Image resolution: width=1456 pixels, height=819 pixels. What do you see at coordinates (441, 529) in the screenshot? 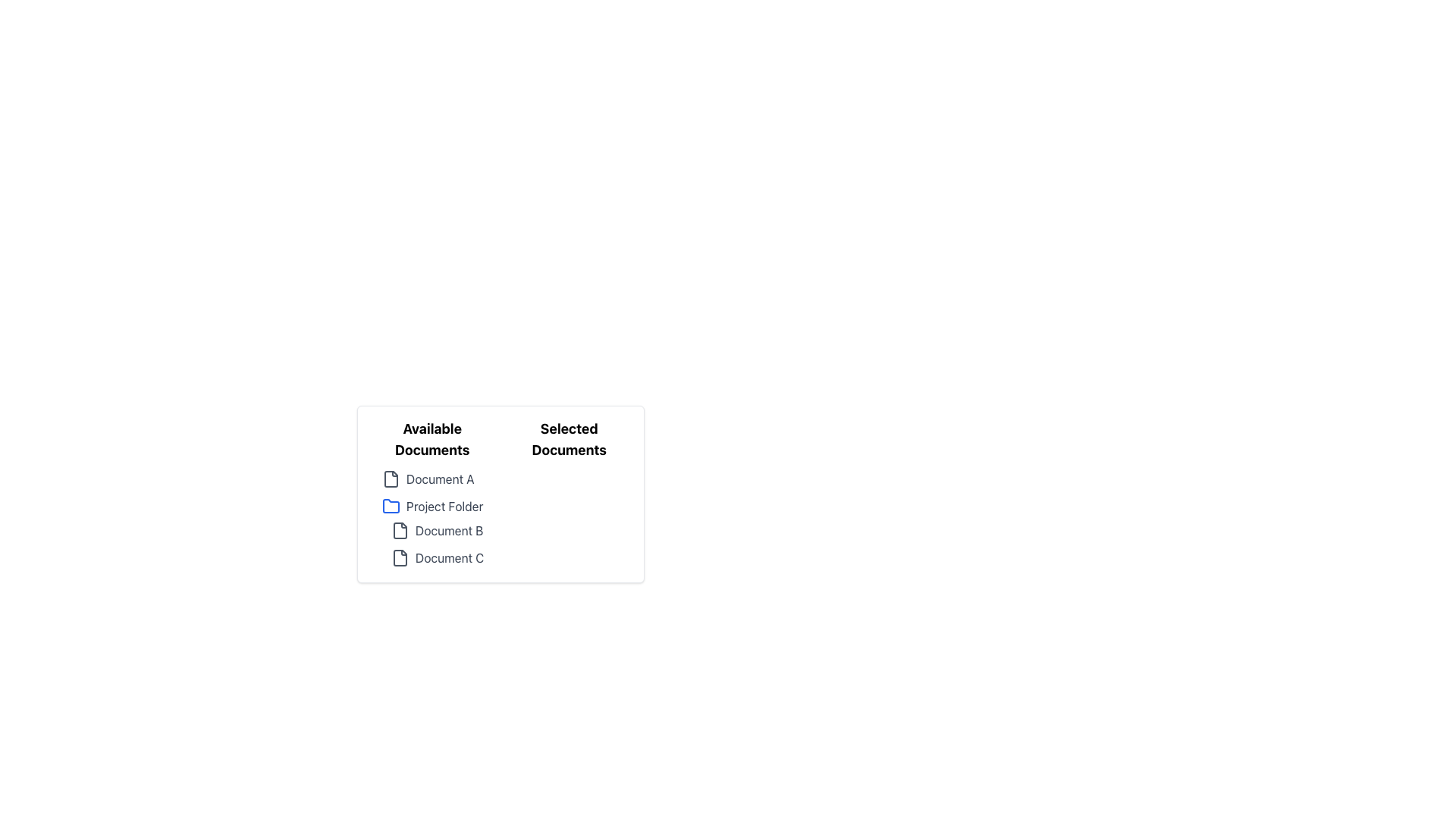
I see `to select the List item labeled 'Document B' in the 'Available Documents' column, which is the third item in the list` at bounding box center [441, 529].